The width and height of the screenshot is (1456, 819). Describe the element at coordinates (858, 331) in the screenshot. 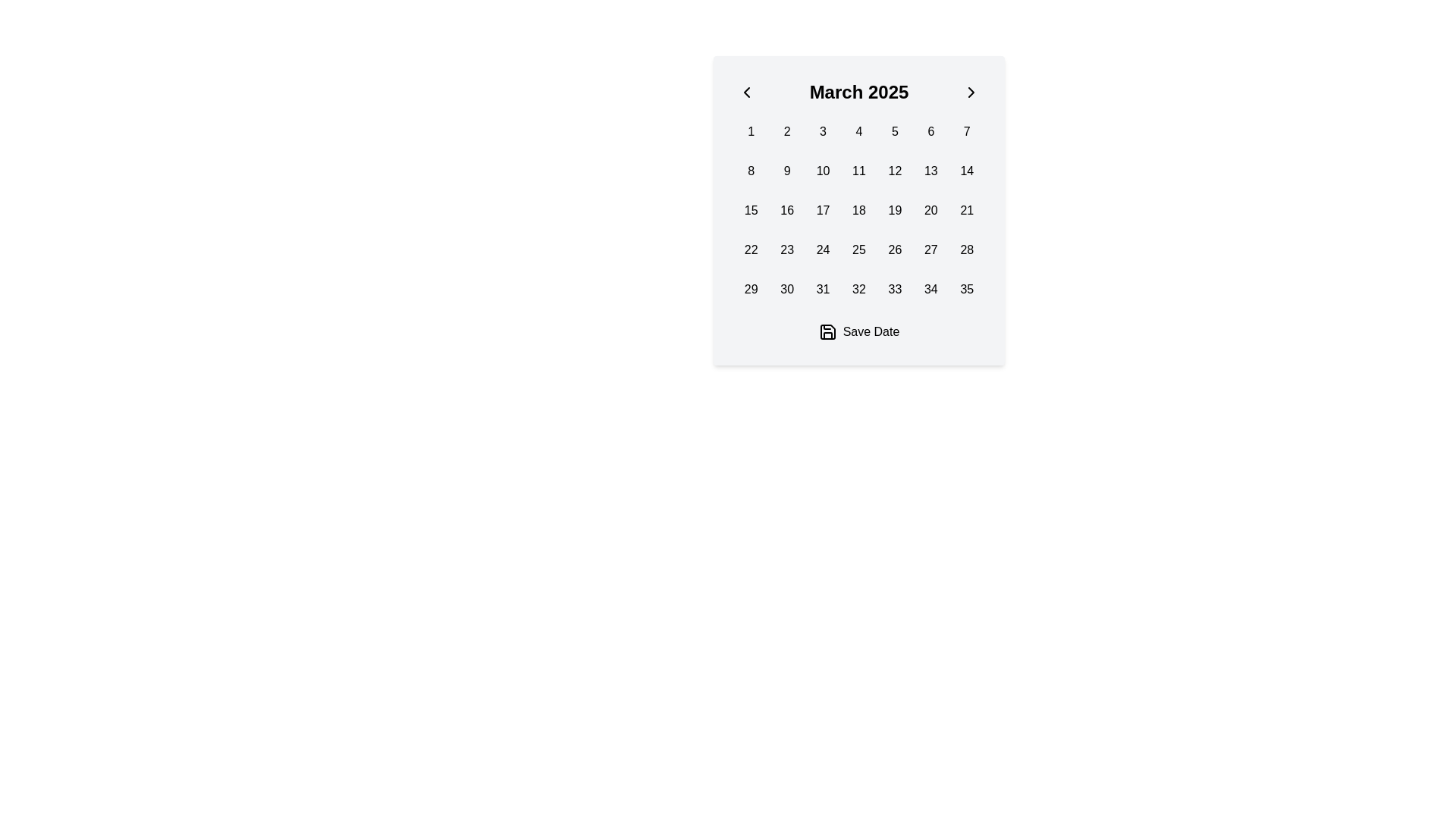

I see `the save button located below the calendar interface` at that location.